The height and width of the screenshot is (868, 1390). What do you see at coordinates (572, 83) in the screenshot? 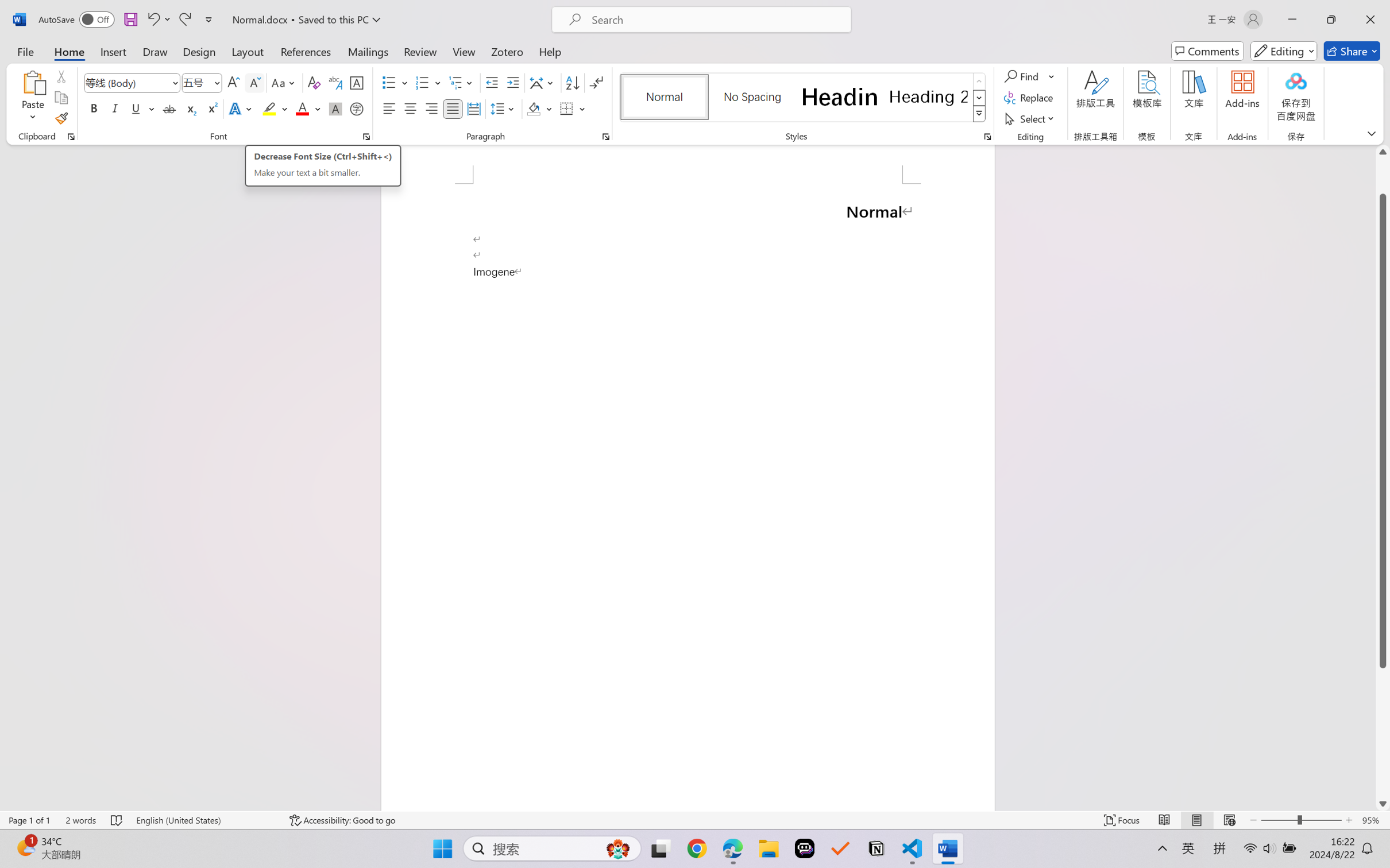
I see `'Sort...'` at bounding box center [572, 83].